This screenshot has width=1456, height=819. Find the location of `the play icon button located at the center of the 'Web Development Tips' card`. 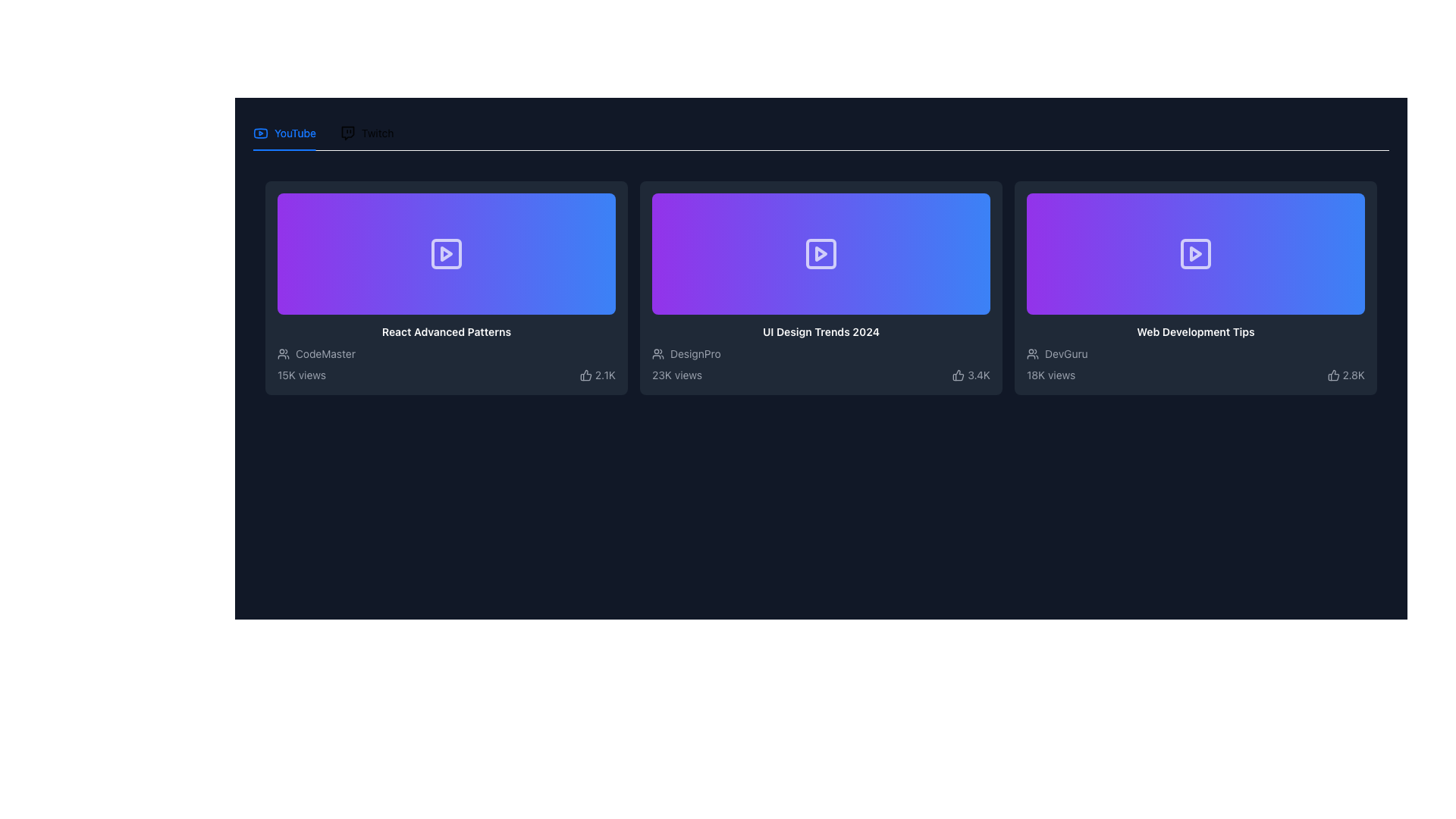

the play icon button located at the center of the 'Web Development Tips' card is located at coordinates (1195, 253).